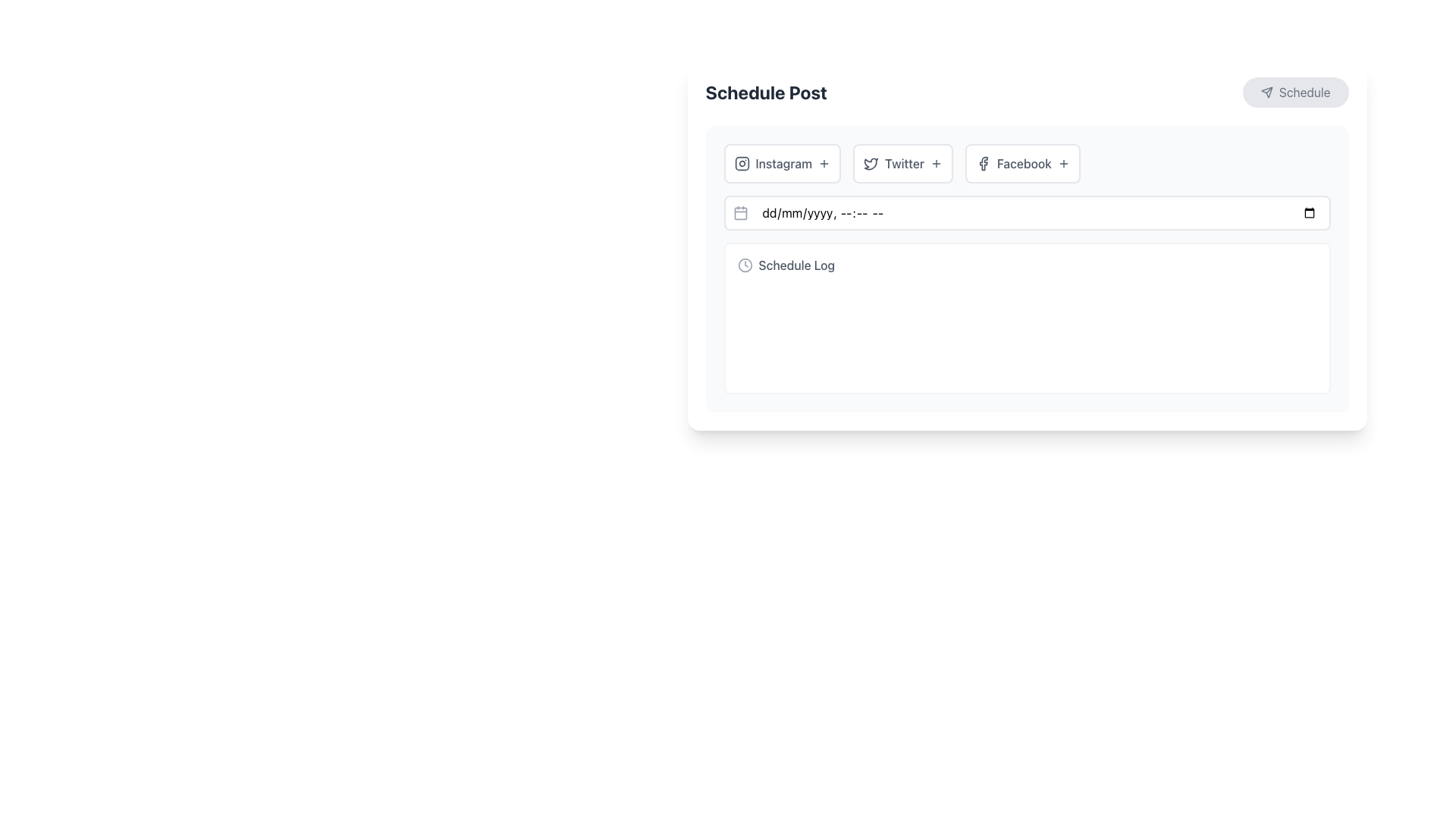 This screenshot has height=819, width=1456. What do you see at coordinates (905, 164) in the screenshot?
I see `the 'Twitter' label in the 'Schedule Post' dialog, which is positioned between the 'Instagram' and 'Facebook' labels` at bounding box center [905, 164].